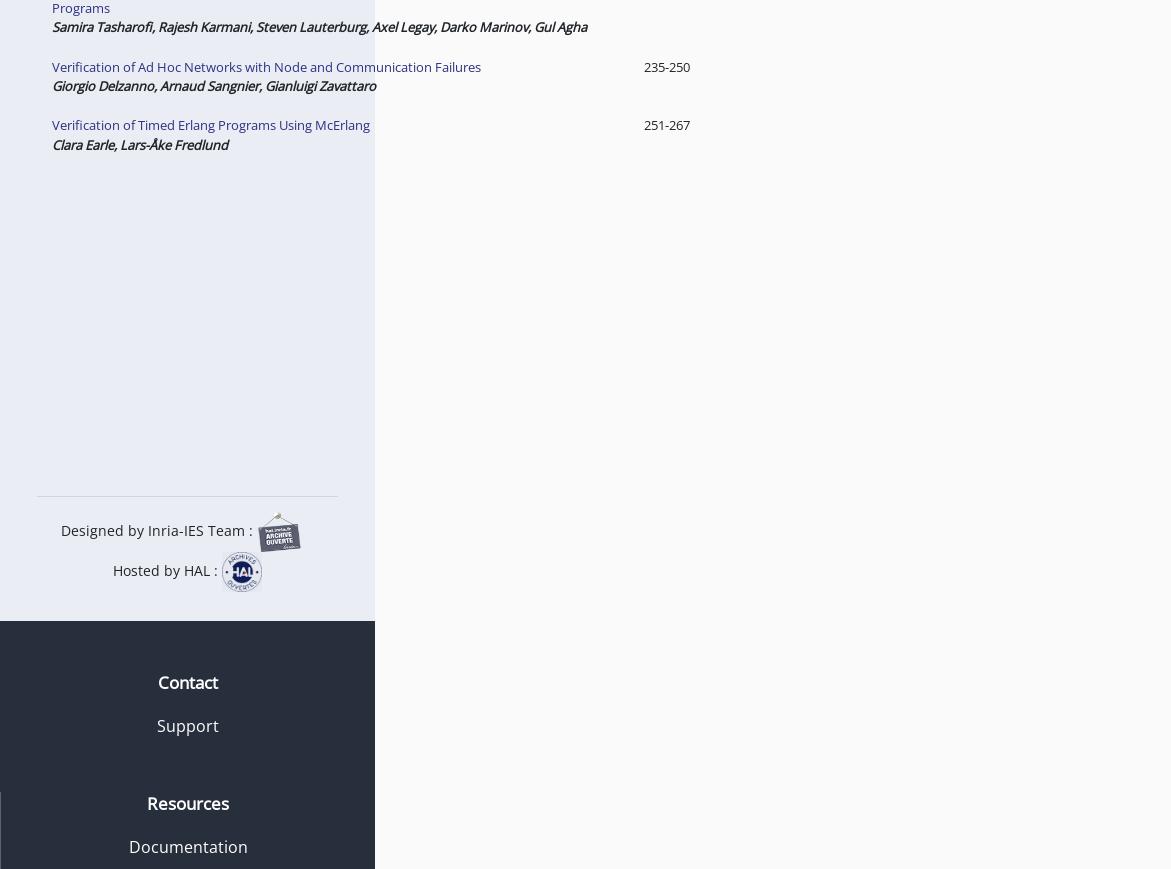 Image resolution: width=1171 pixels, height=869 pixels. What do you see at coordinates (664, 123) in the screenshot?
I see `'251-267'` at bounding box center [664, 123].